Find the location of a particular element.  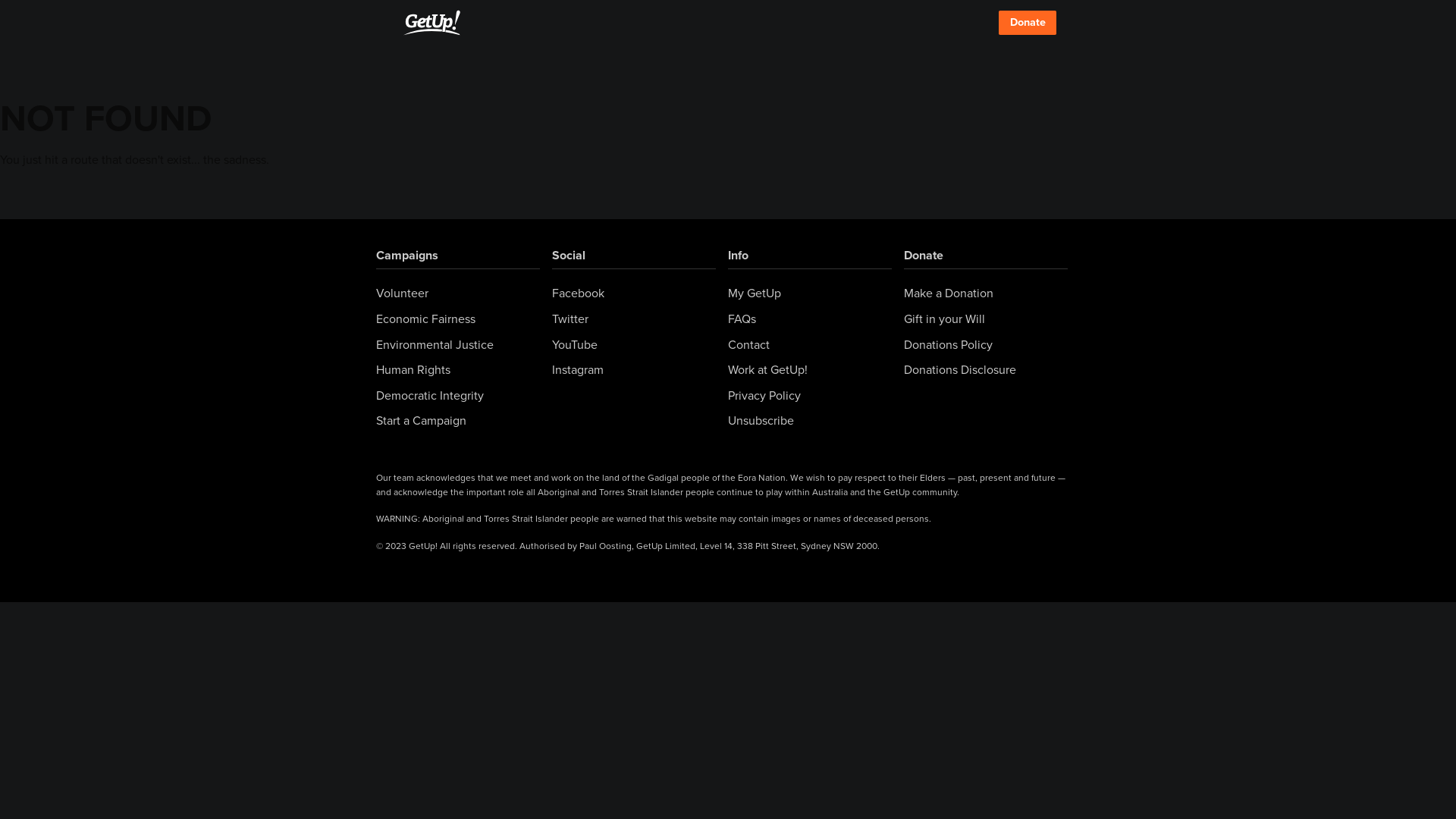

'YouTube' is located at coordinates (574, 345).